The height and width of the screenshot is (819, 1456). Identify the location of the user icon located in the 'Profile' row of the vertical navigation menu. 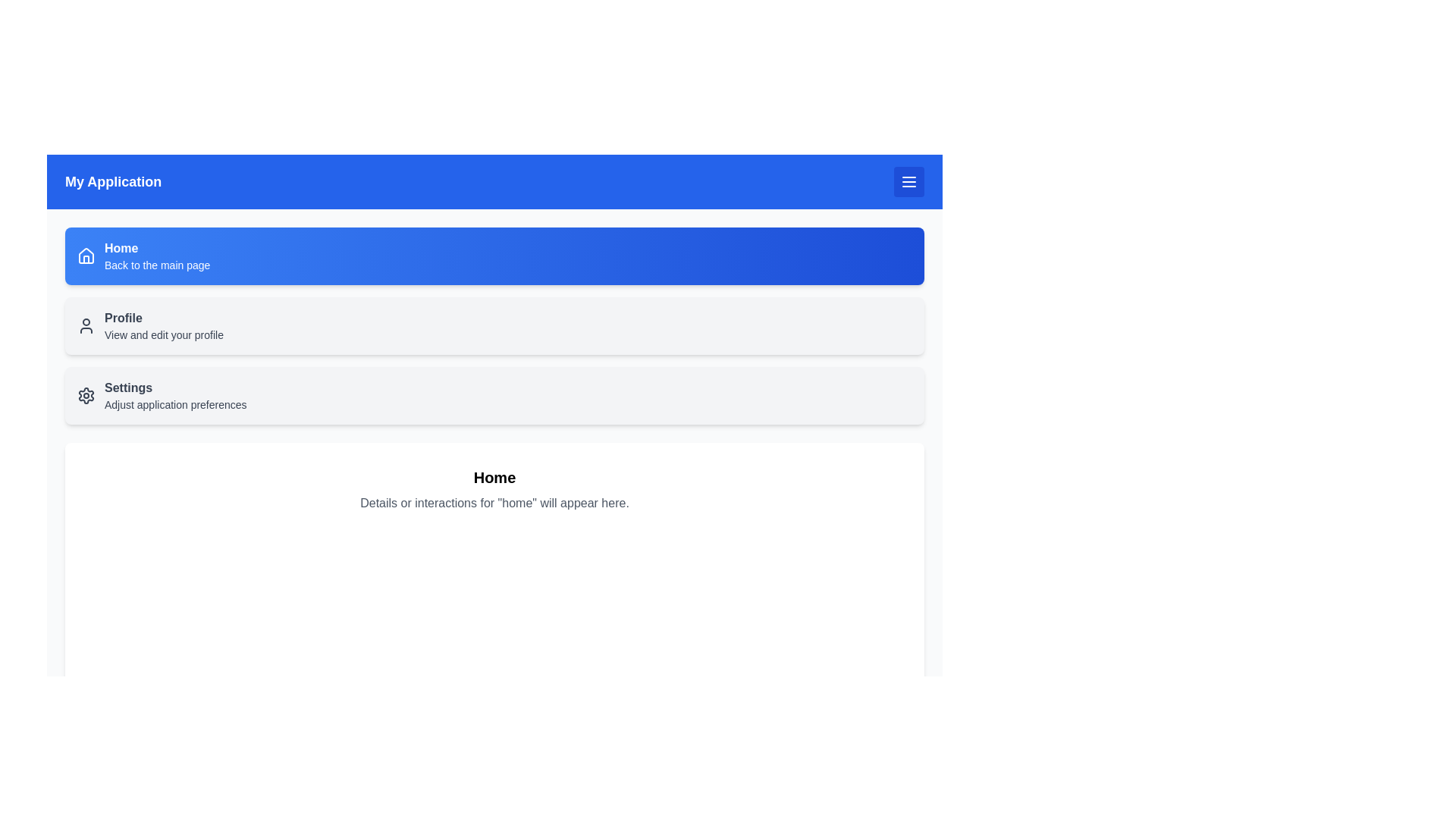
(86, 325).